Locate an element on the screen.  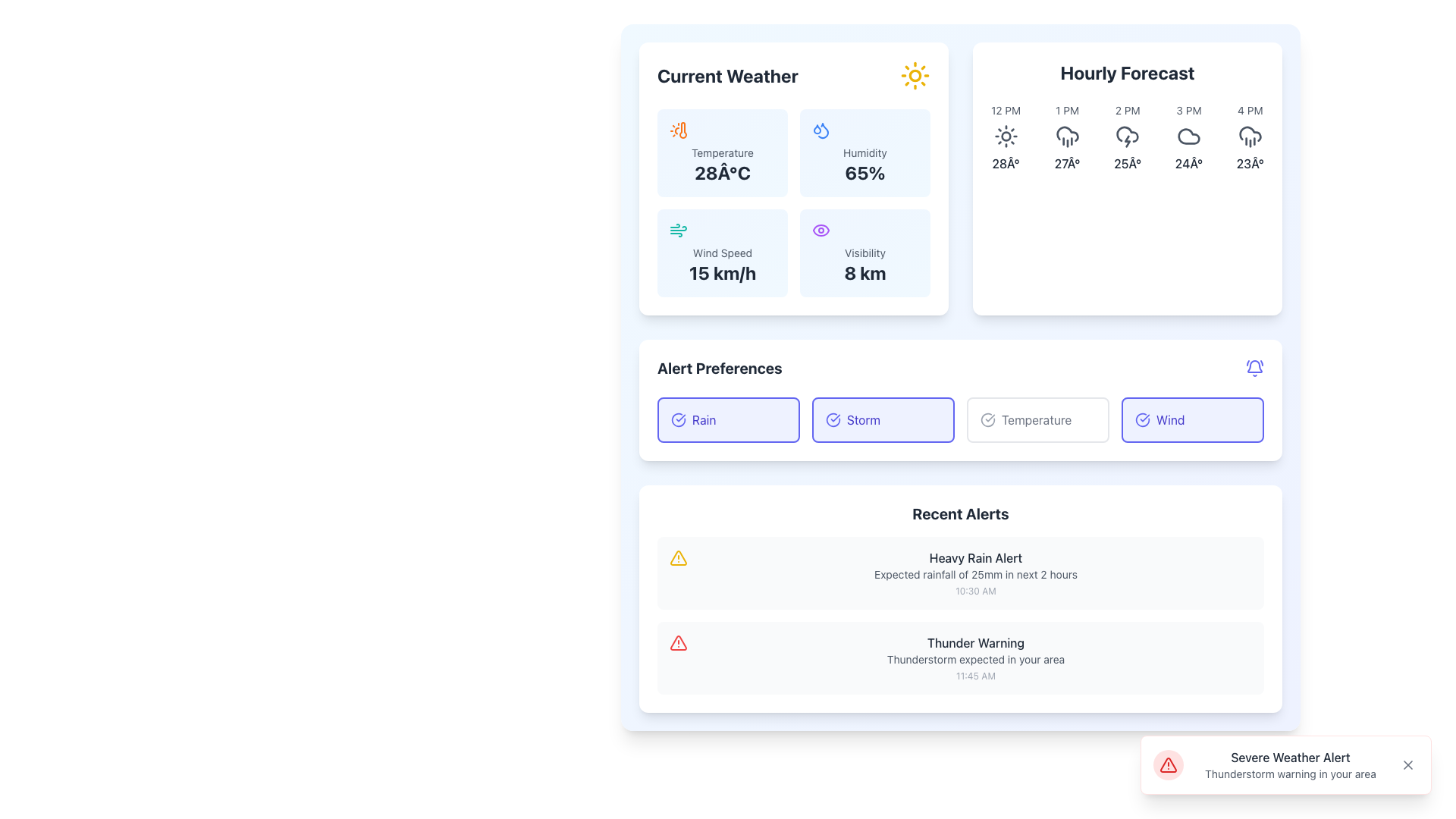
the Text Header element indicating 'Alert Preferences', which is aligned to the left and positioned above the interactive buttons for Rain, Storm, Temperature, and Wind is located at coordinates (719, 369).